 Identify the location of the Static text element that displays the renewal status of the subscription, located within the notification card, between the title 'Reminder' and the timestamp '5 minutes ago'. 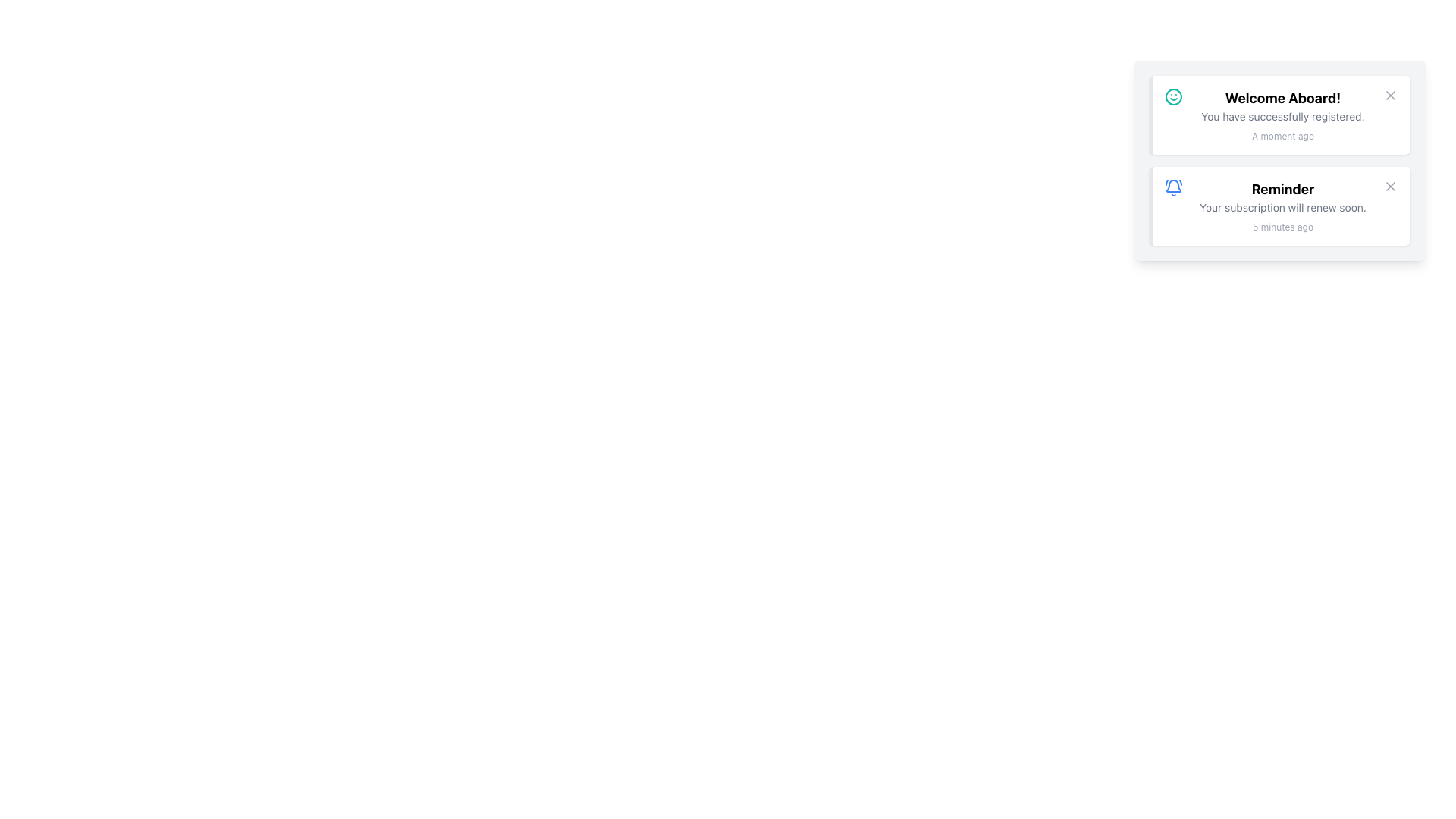
(1282, 207).